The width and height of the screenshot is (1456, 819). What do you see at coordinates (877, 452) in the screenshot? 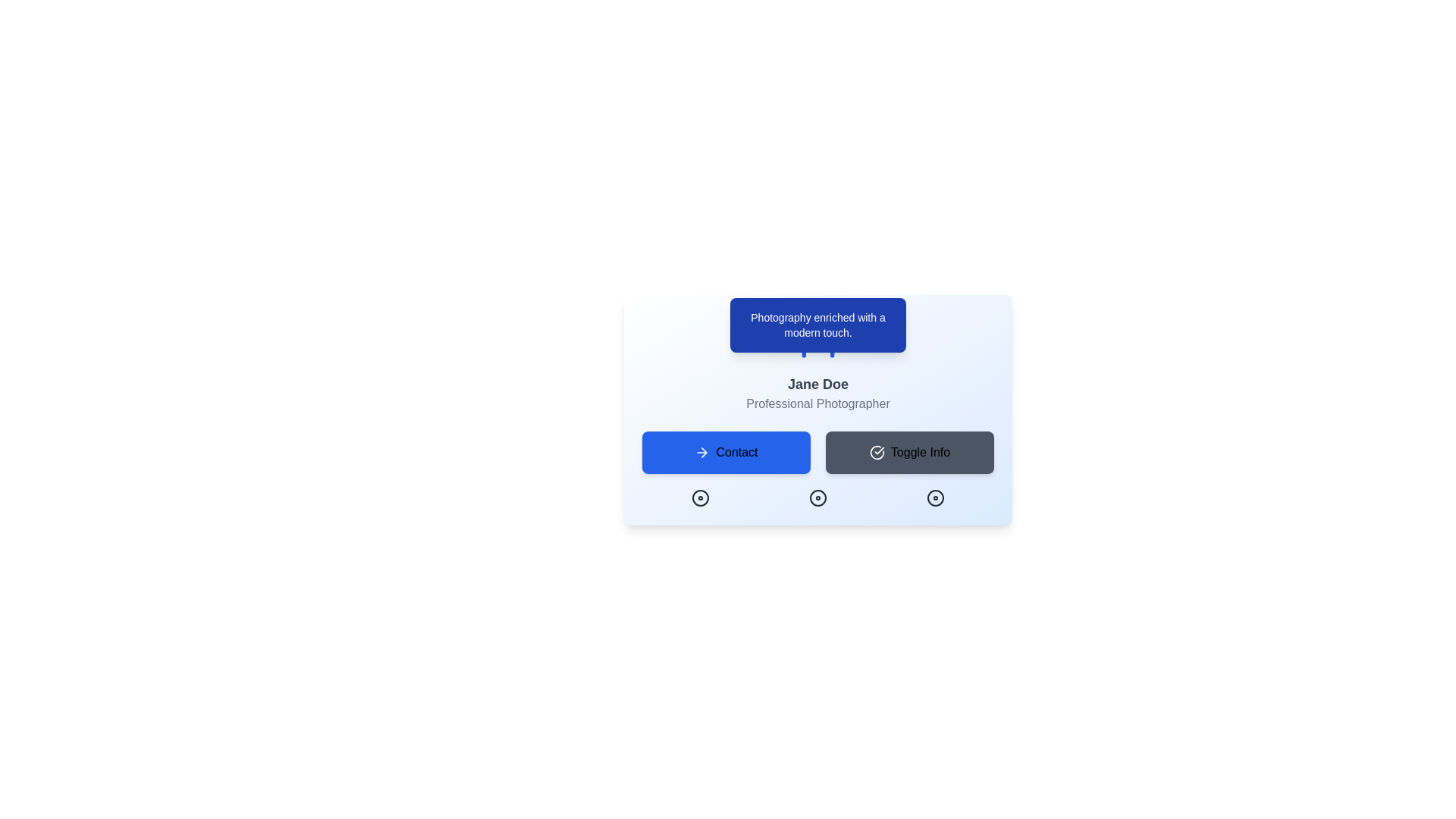
I see `the decorative icon within the 'Toggle Info' button, which indicates a successful operation or confirmation when toggling information` at bounding box center [877, 452].